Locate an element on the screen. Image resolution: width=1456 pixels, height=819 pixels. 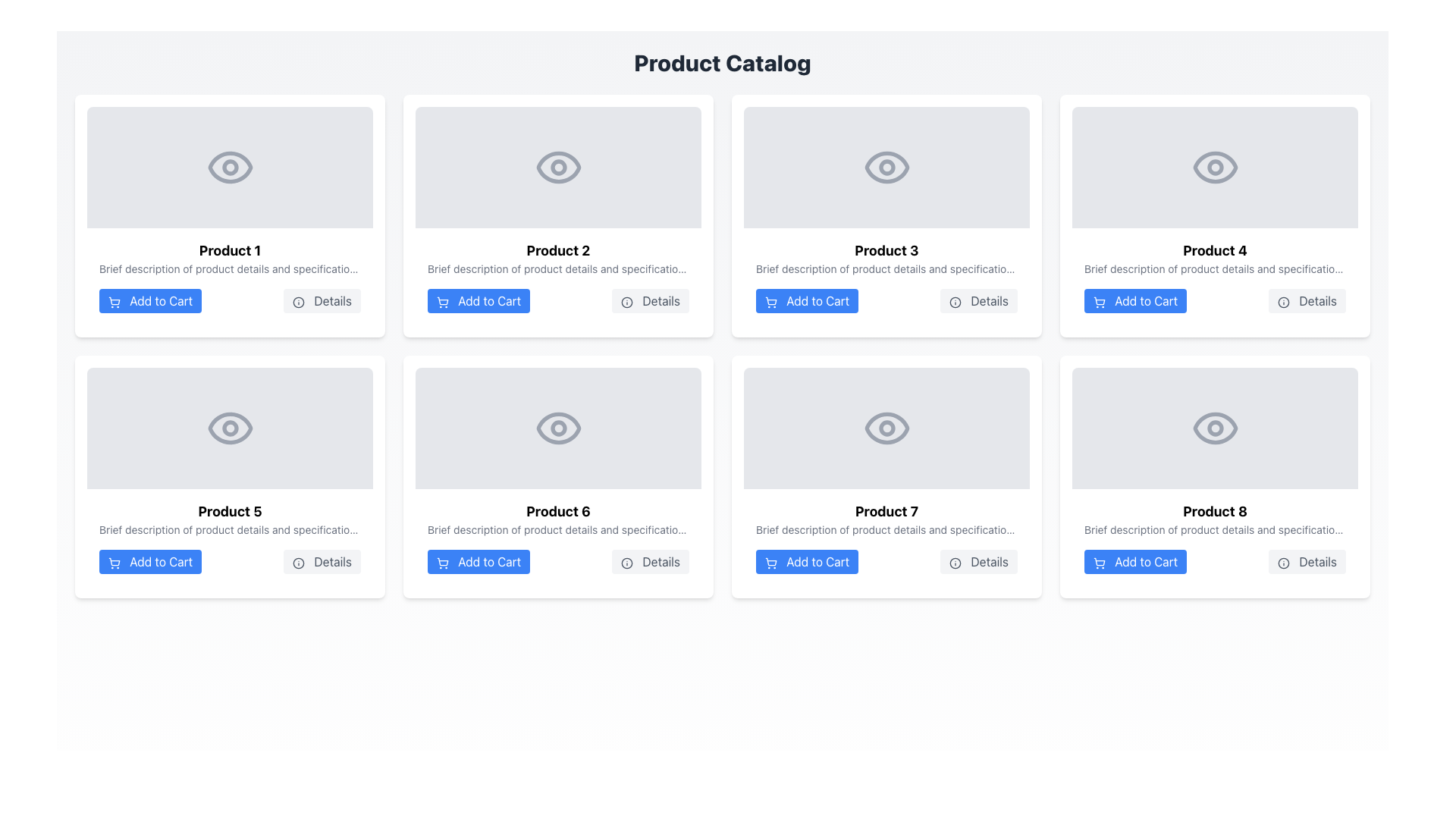
the bold-styled text displaying 'Product 7', which is the title of the seventh product in a grid layout, located at the top of its product card is located at coordinates (886, 512).